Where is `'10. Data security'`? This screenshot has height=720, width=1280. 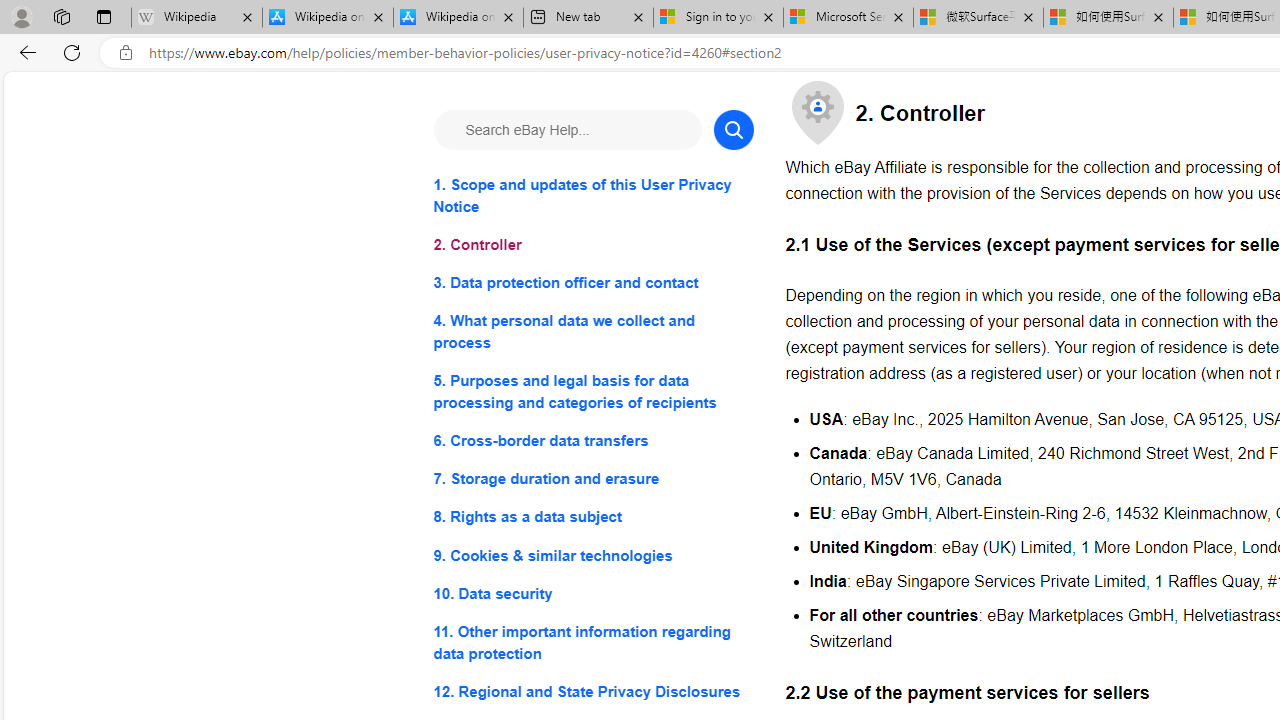 '10. Data security' is located at coordinates (592, 592).